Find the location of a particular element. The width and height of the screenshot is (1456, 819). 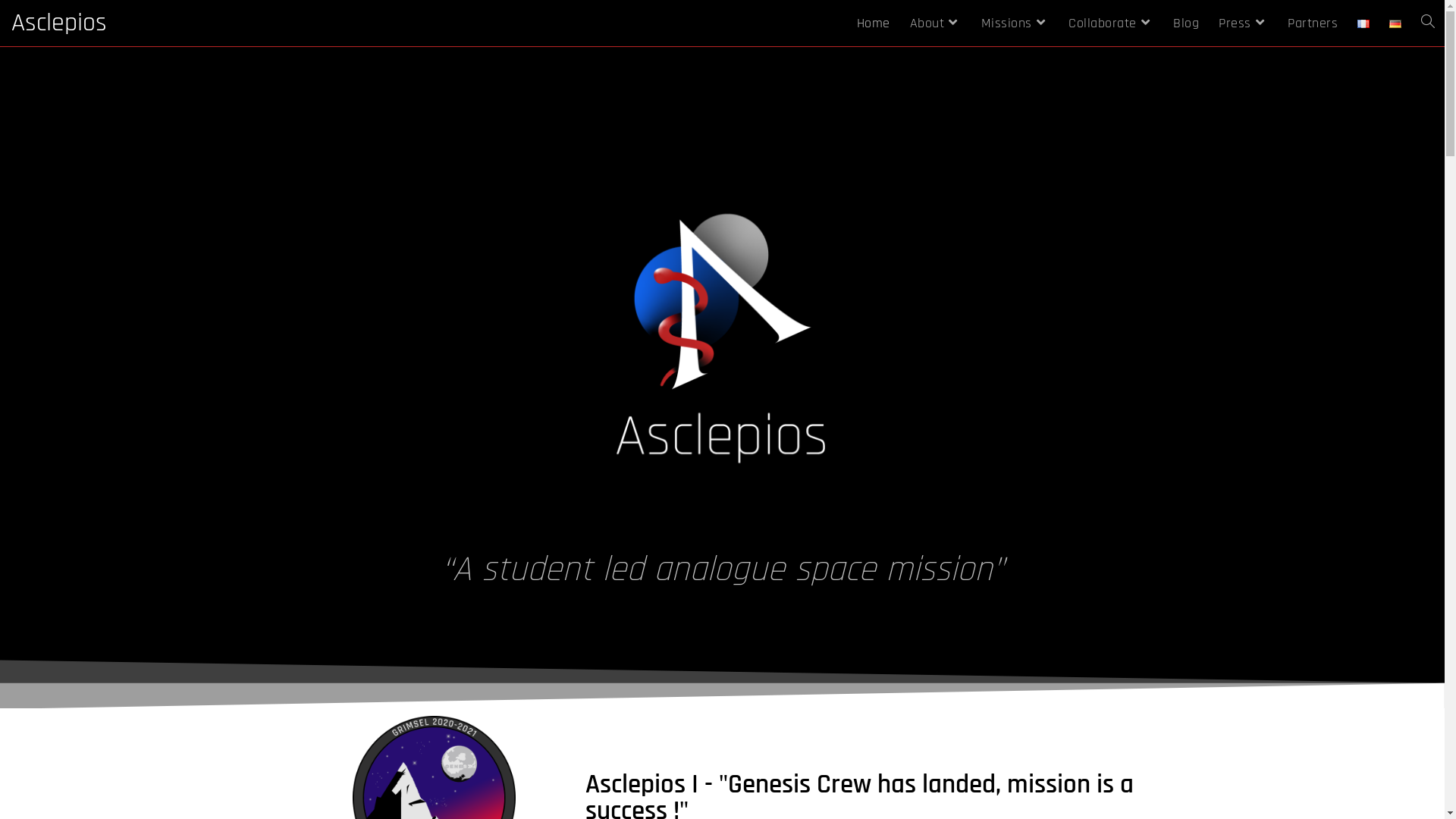

'Partners' is located at coordinates (1312, 23).